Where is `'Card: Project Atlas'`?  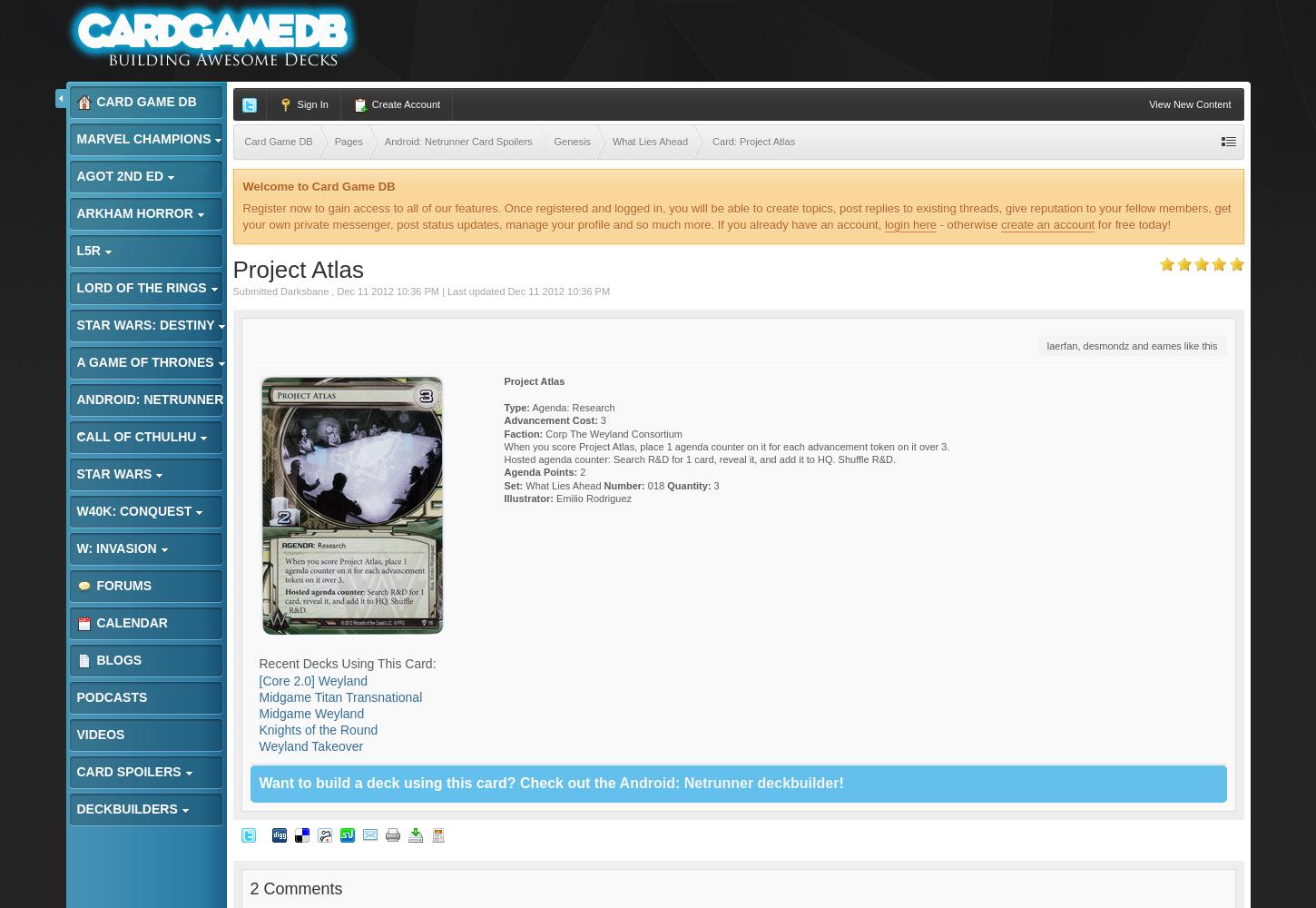 'Card: Project Atlas' is located at coordinates (712, 142).